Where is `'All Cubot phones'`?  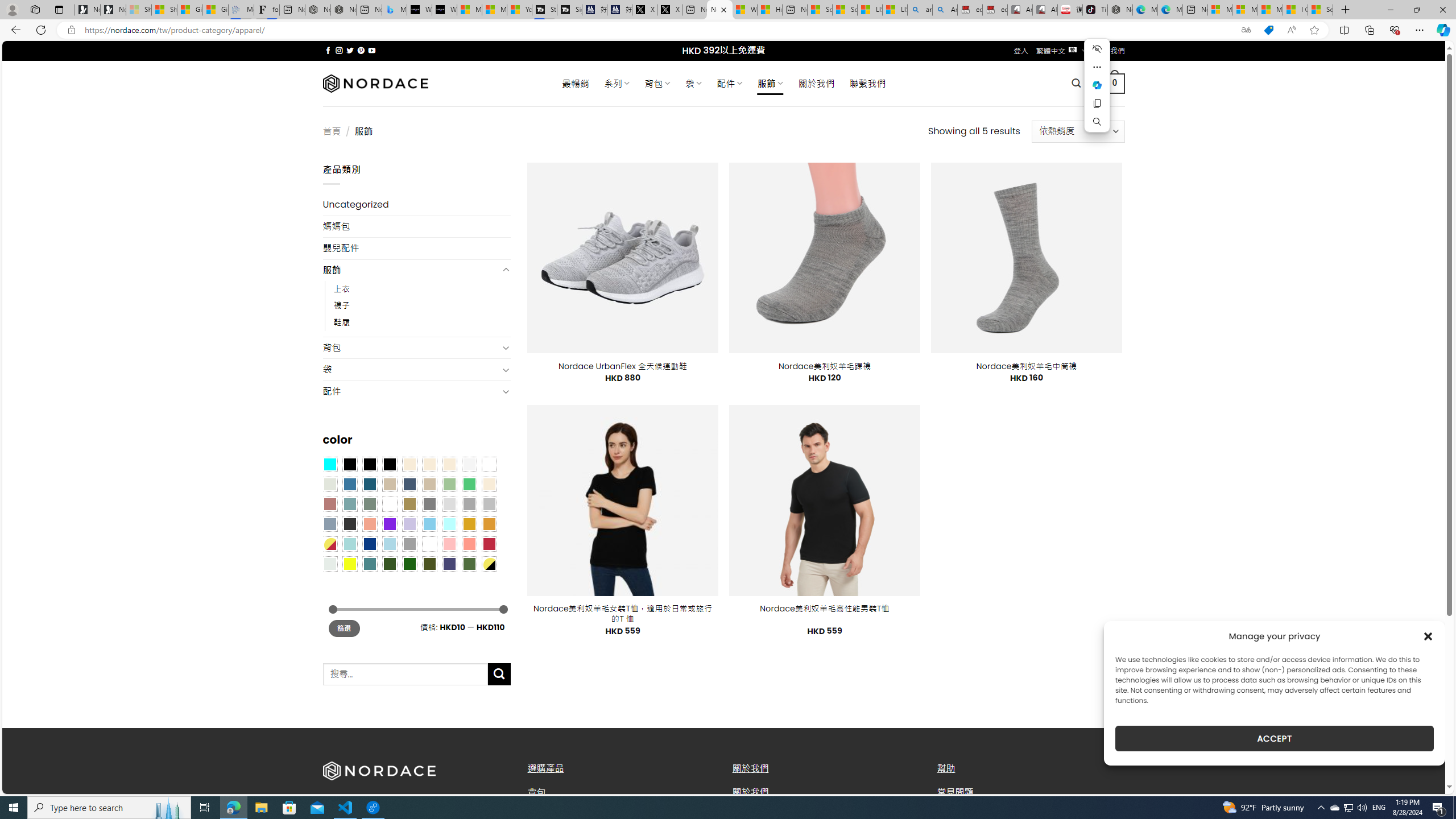
'All Cubot phones' is located at coordinates (1045, 9).